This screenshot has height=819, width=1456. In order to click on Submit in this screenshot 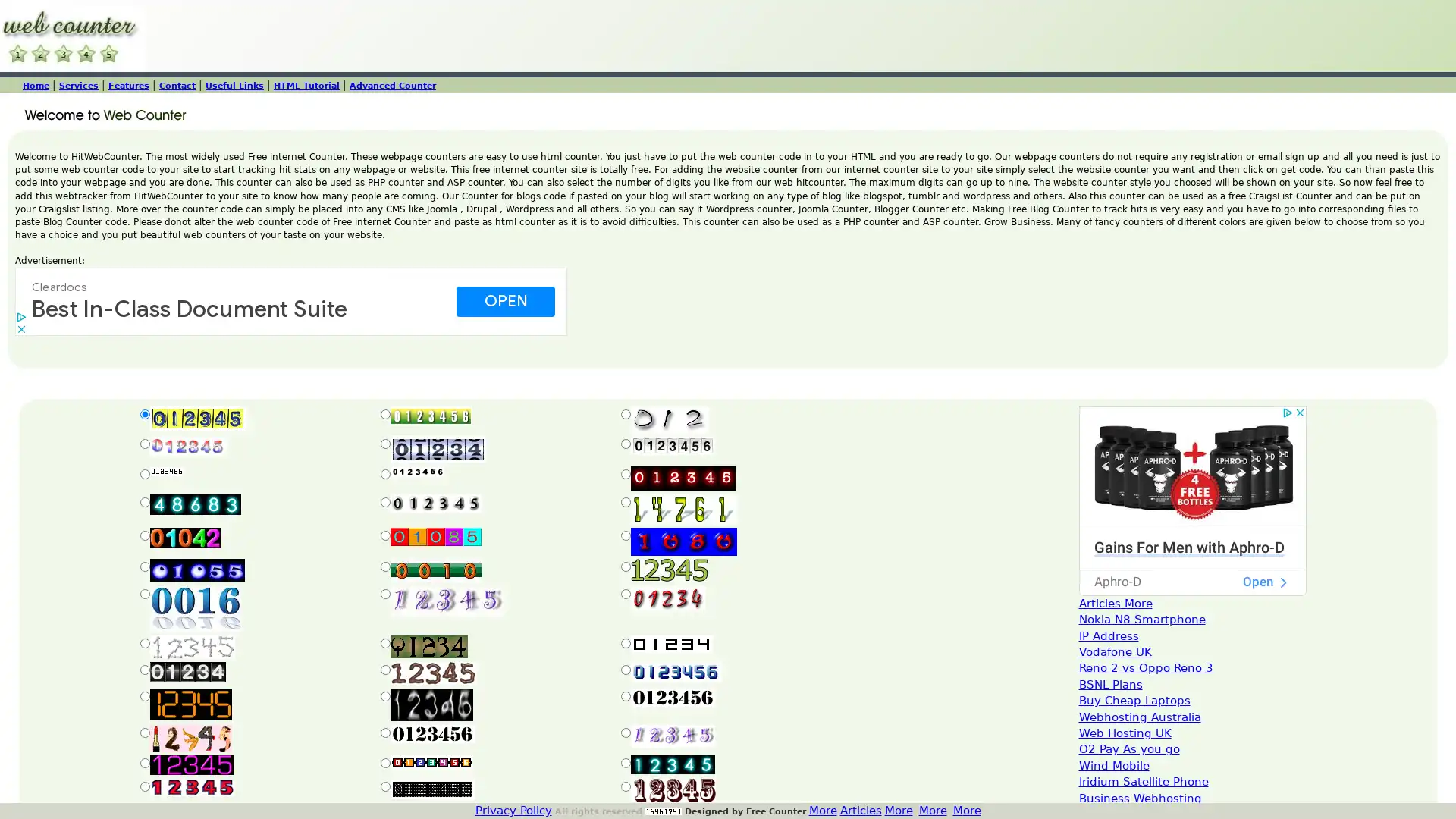, I will do `click(432, 672)`.